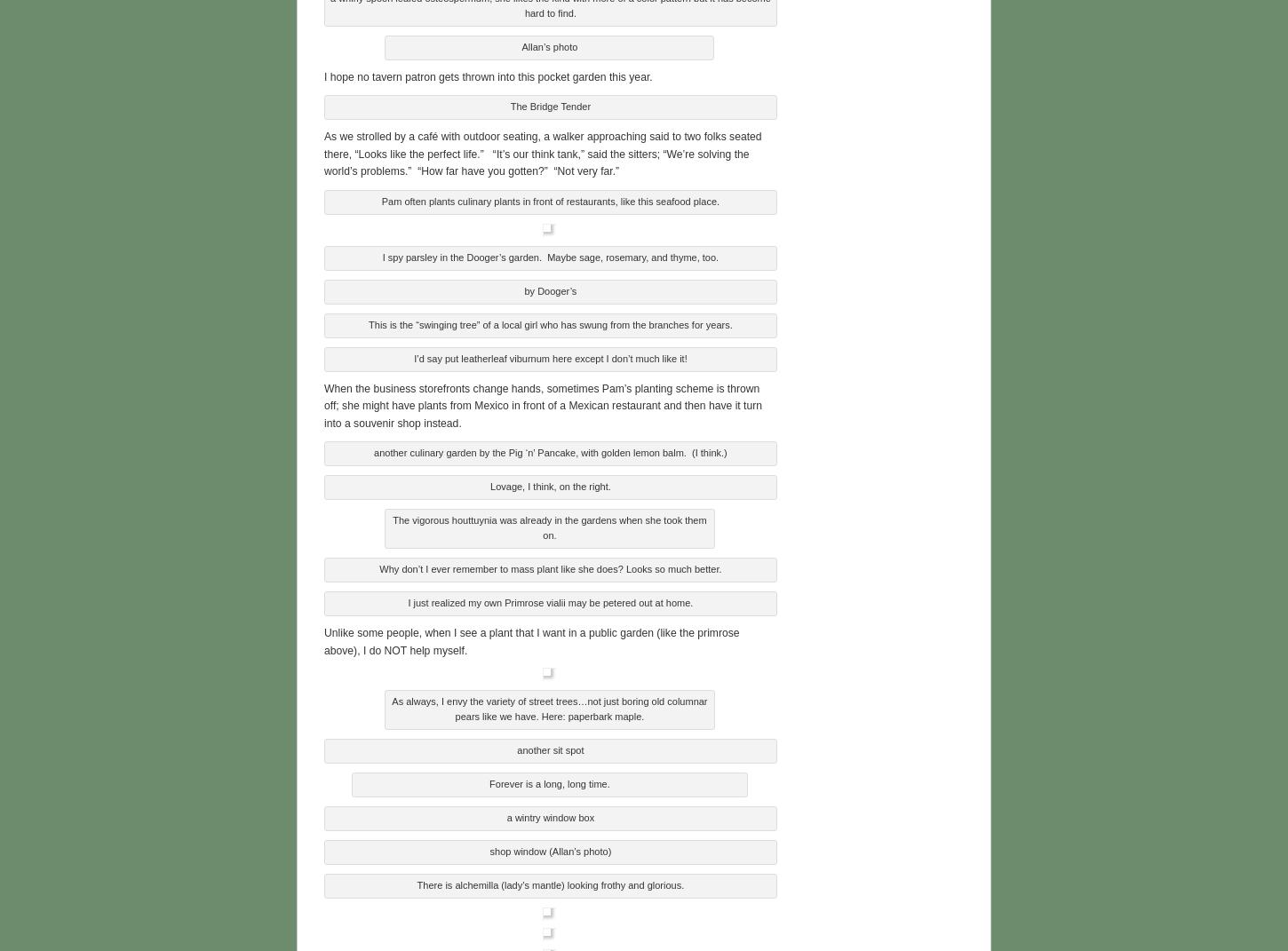 This screenshot has width=1288, height=951. Describe the element at coordinates (549, 566) in the screenshot. I see `'Why don’t I ever remember to mass plant like she does? Looks so much better.'` at that location.